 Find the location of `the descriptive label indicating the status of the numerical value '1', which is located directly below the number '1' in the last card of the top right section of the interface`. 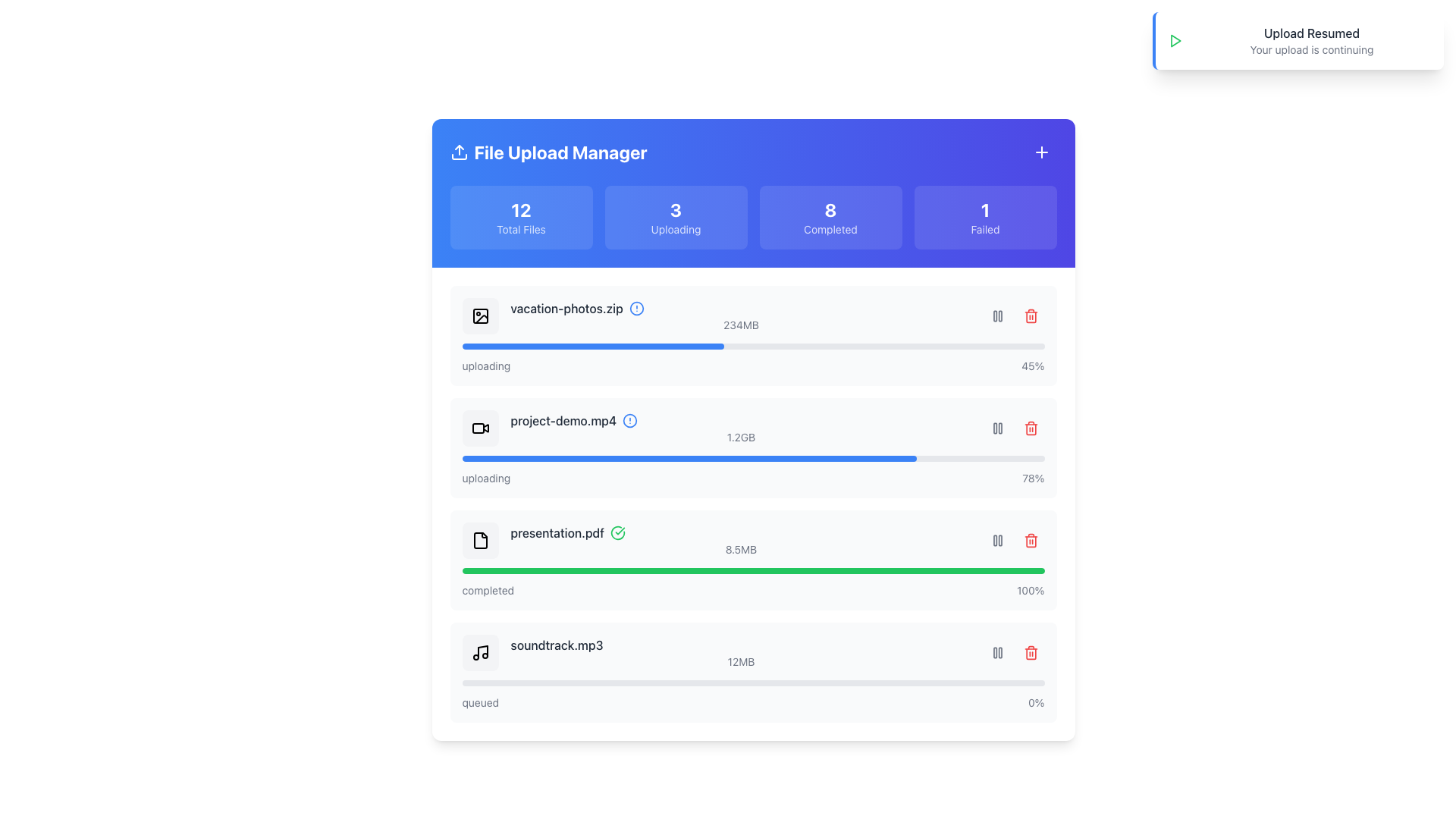

the descriptive label indicating the status of the numerical value '1', which is located directly below the number '1' in the last card of the top right section of the interface is located at coordinates (985, 230).